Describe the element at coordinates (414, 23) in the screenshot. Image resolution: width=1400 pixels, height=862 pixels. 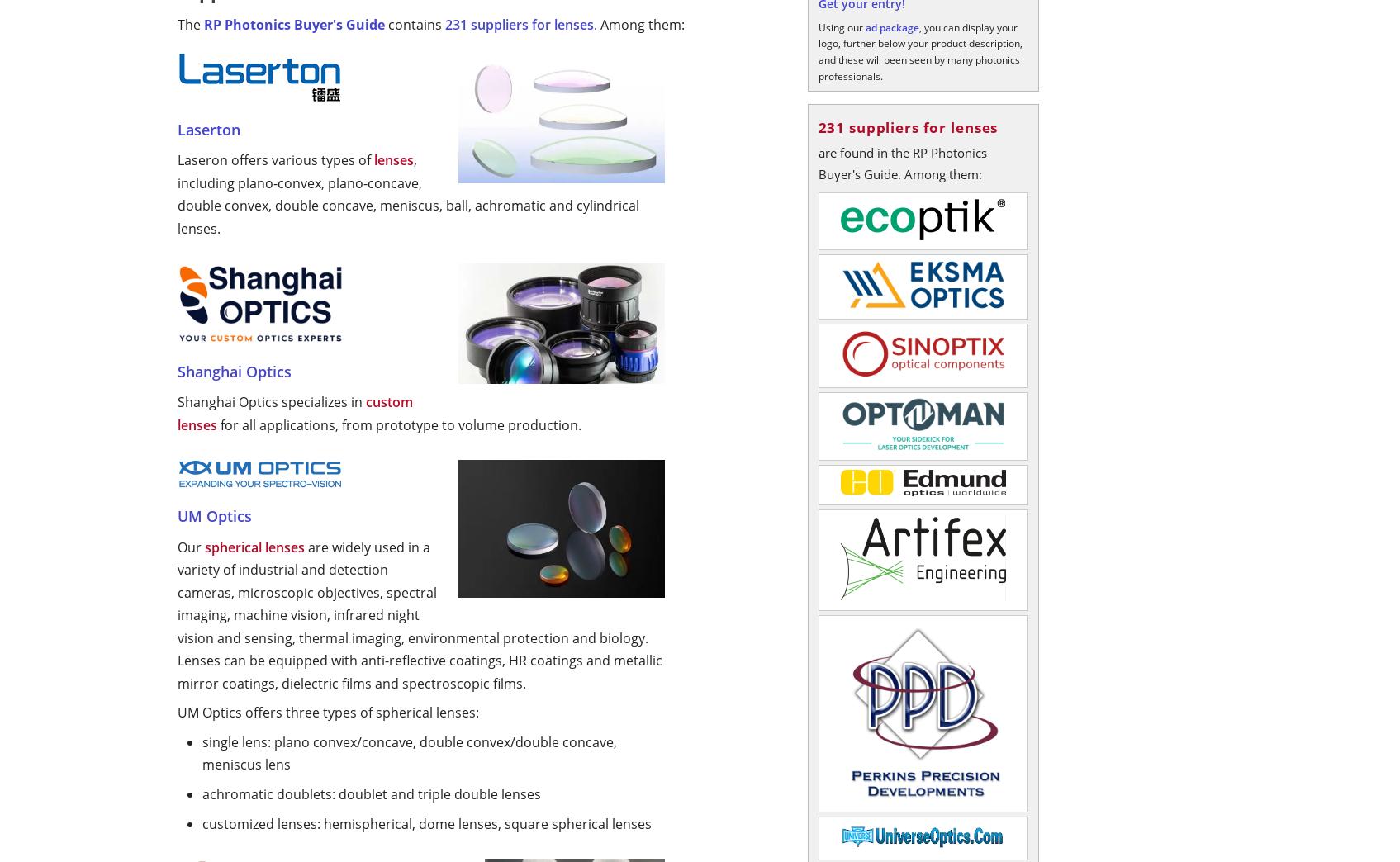
I see `'contains'` at that location.